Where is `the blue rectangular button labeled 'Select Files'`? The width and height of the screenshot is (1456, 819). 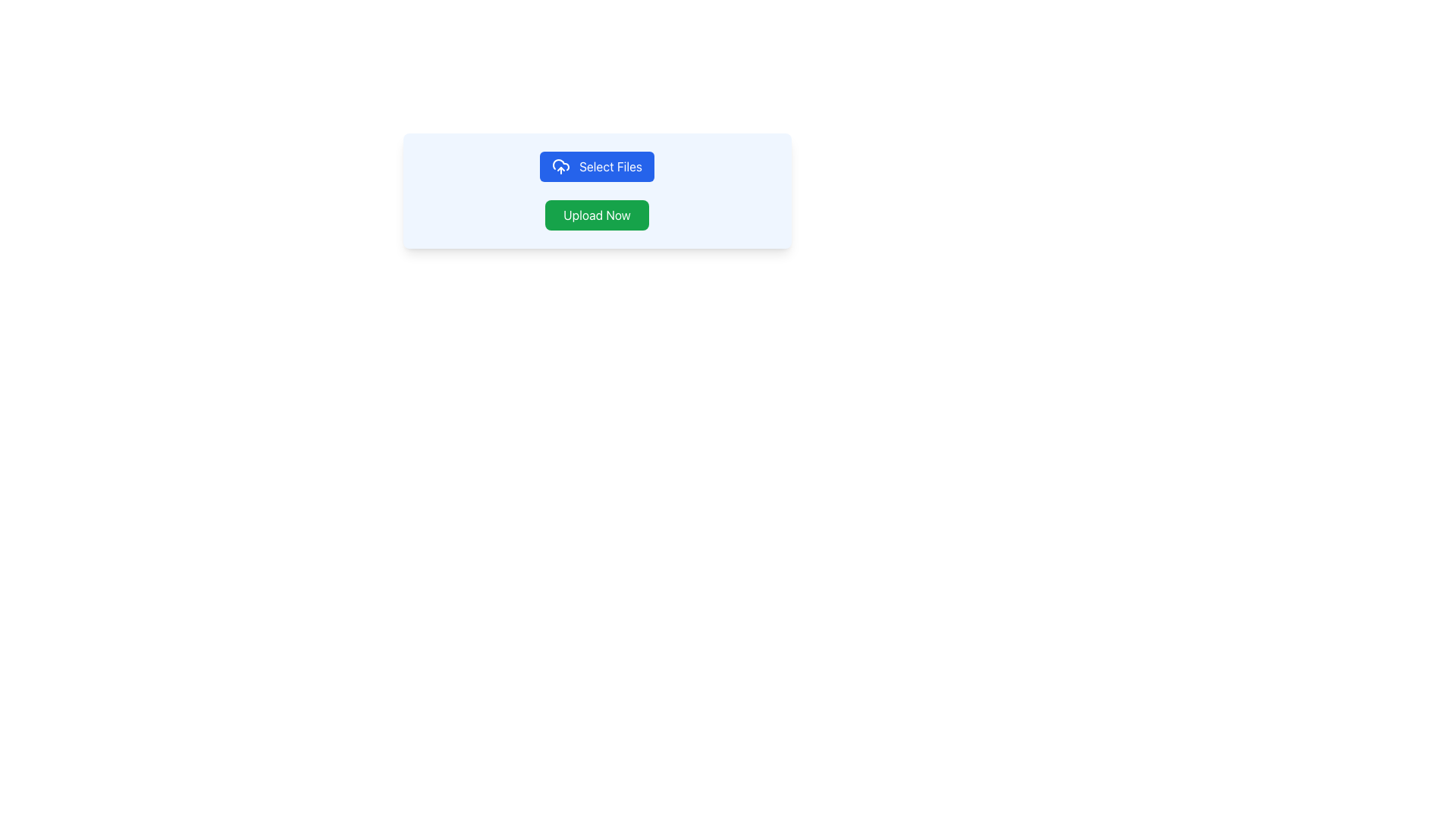 the blue rectangular button labeled 'Select Files' is located at coordinates (596, 166).